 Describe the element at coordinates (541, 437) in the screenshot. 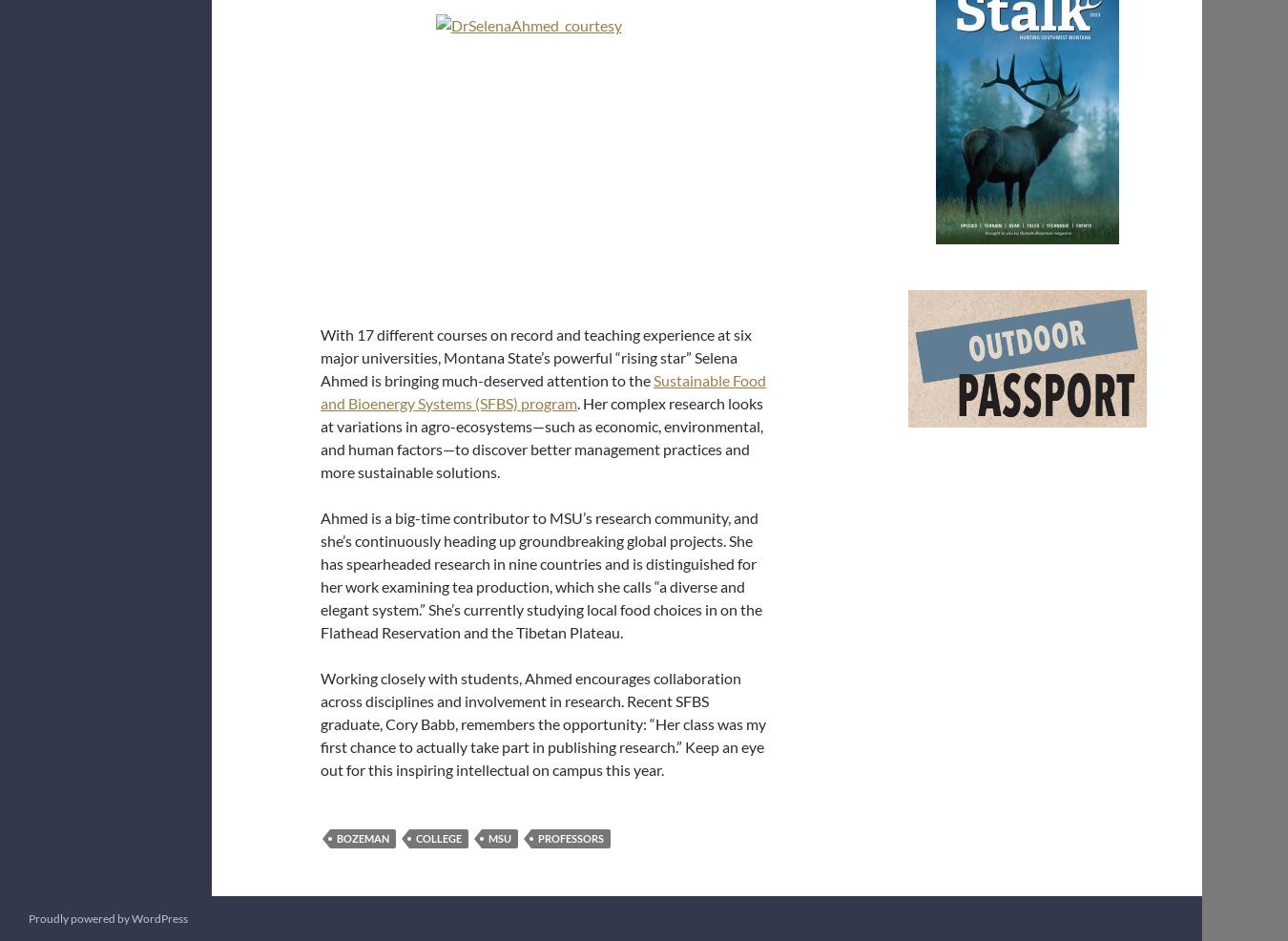

I see `'. Her complex research looks at variations in agro-ecosystems—such as economic, environmental, and human factors—to discover better management practices and more sustainable solutions.'` at that location.